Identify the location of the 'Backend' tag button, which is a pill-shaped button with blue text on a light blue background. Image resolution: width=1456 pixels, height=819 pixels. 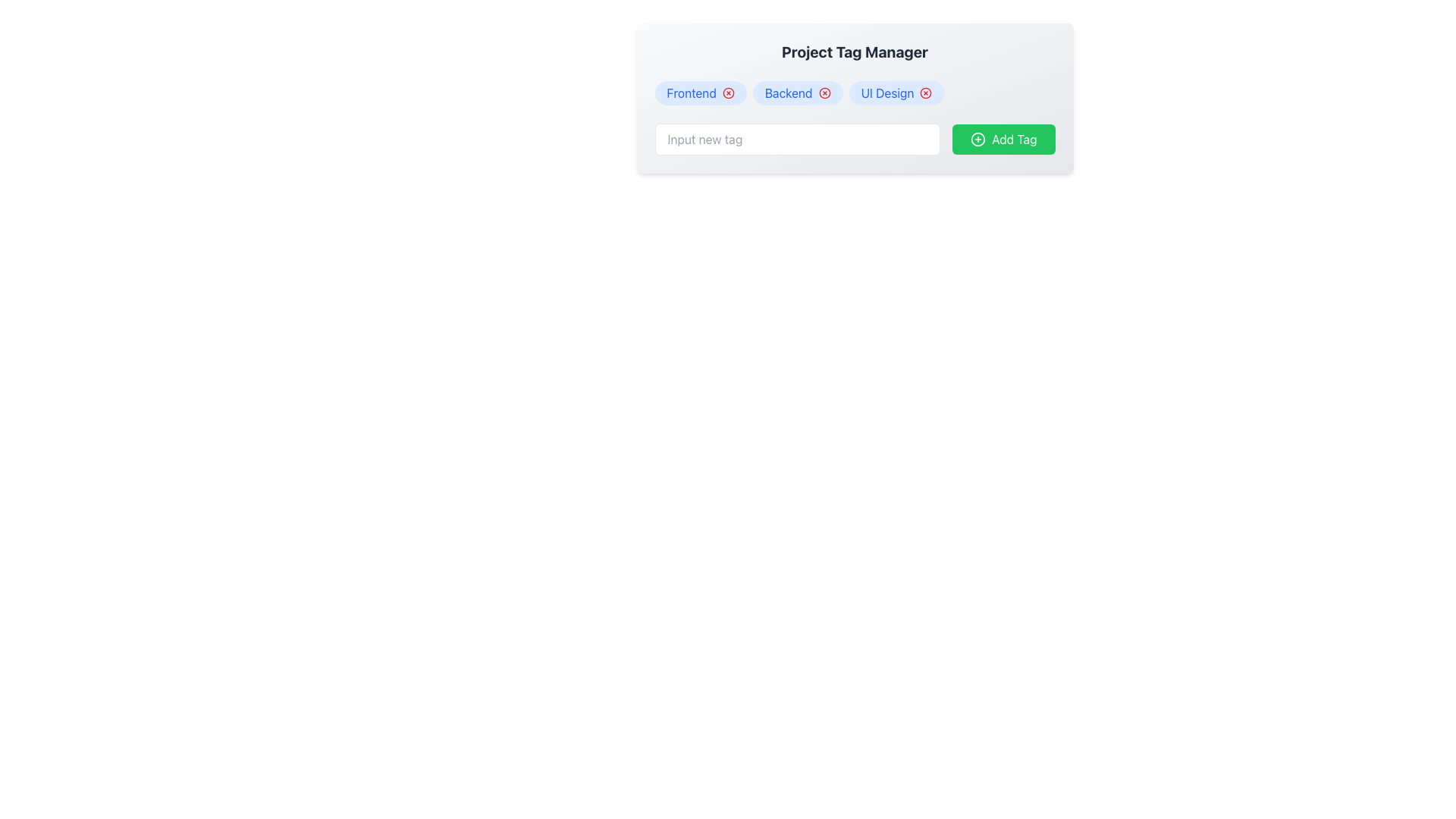
(797, 93).